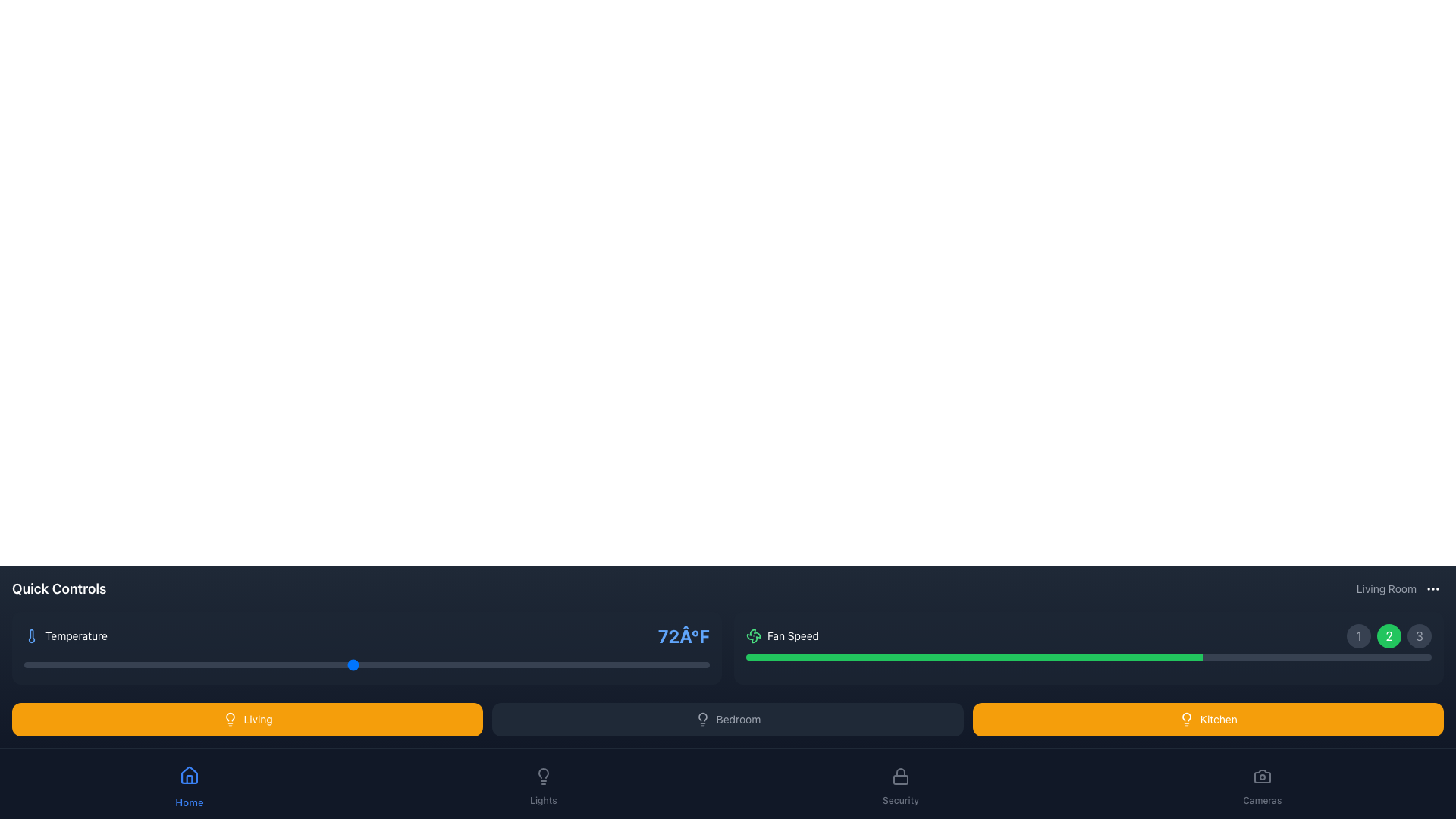 The image size is (1456, 819). Describe the element at coordinates (728, 718) in the screenshot. I see `the 'Bedroom' button, which is a rectangular button with rounded corners, dark gray background, light gray text, and a lightbulb icon, located between the 'Living' and 'Kitchen' buttons in the lower part of the interface` at that location.